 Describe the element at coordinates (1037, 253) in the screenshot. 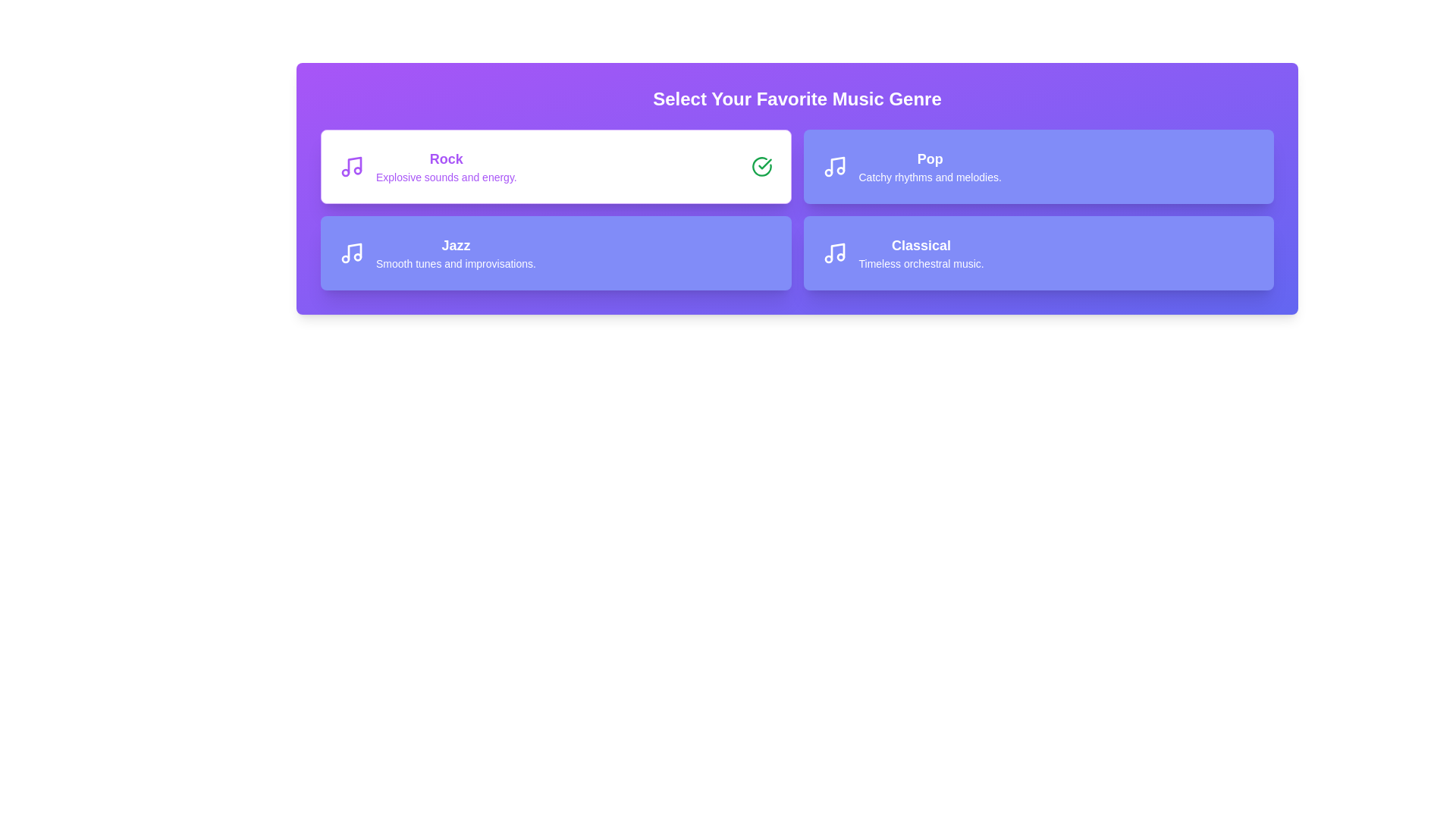

I see `the 'Classical' music genre selectable card located in the bottom-right corner of the music genre selection interface` at that location.